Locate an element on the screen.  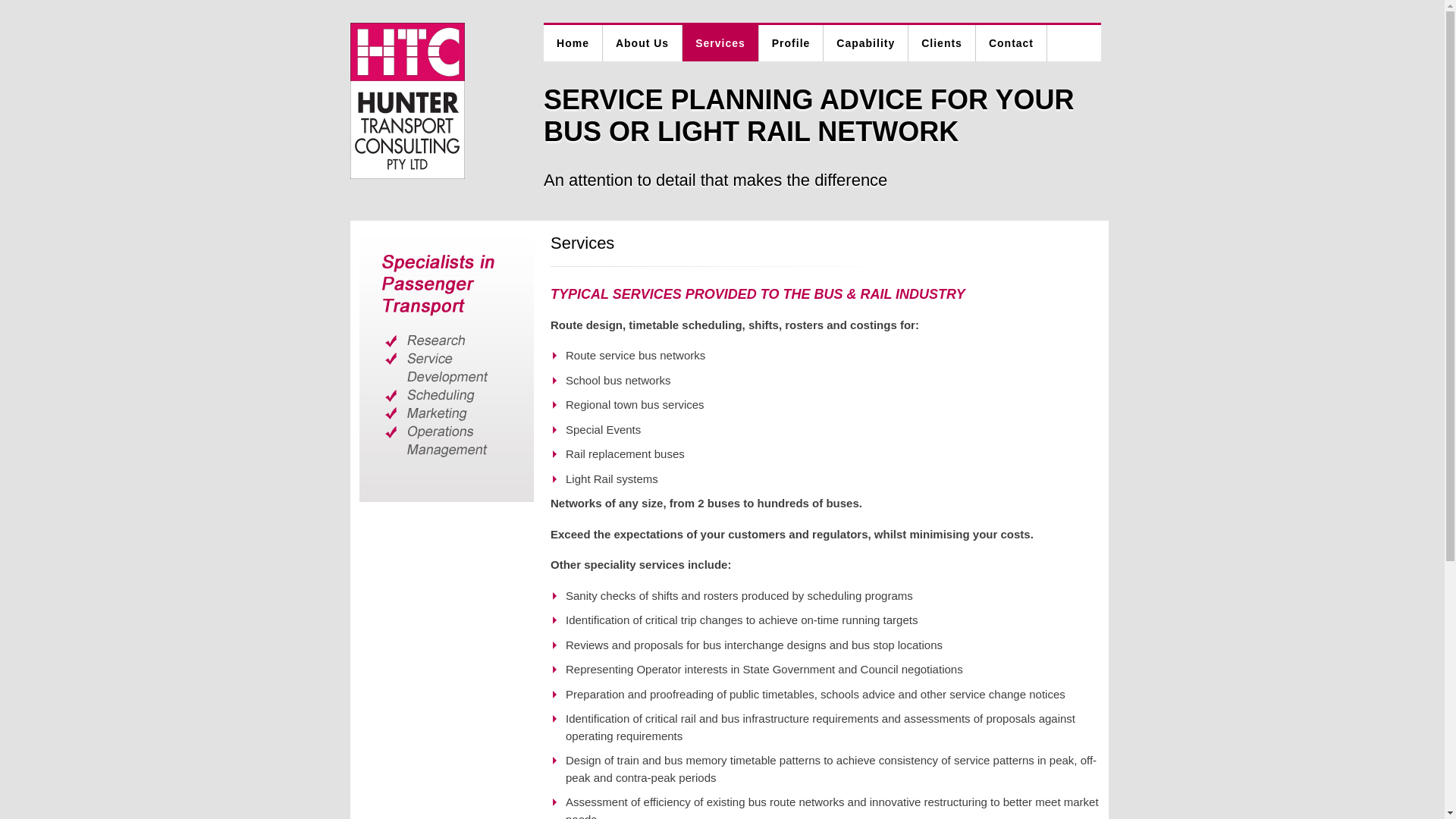
'Profile' is located at coordinates (790, 42).